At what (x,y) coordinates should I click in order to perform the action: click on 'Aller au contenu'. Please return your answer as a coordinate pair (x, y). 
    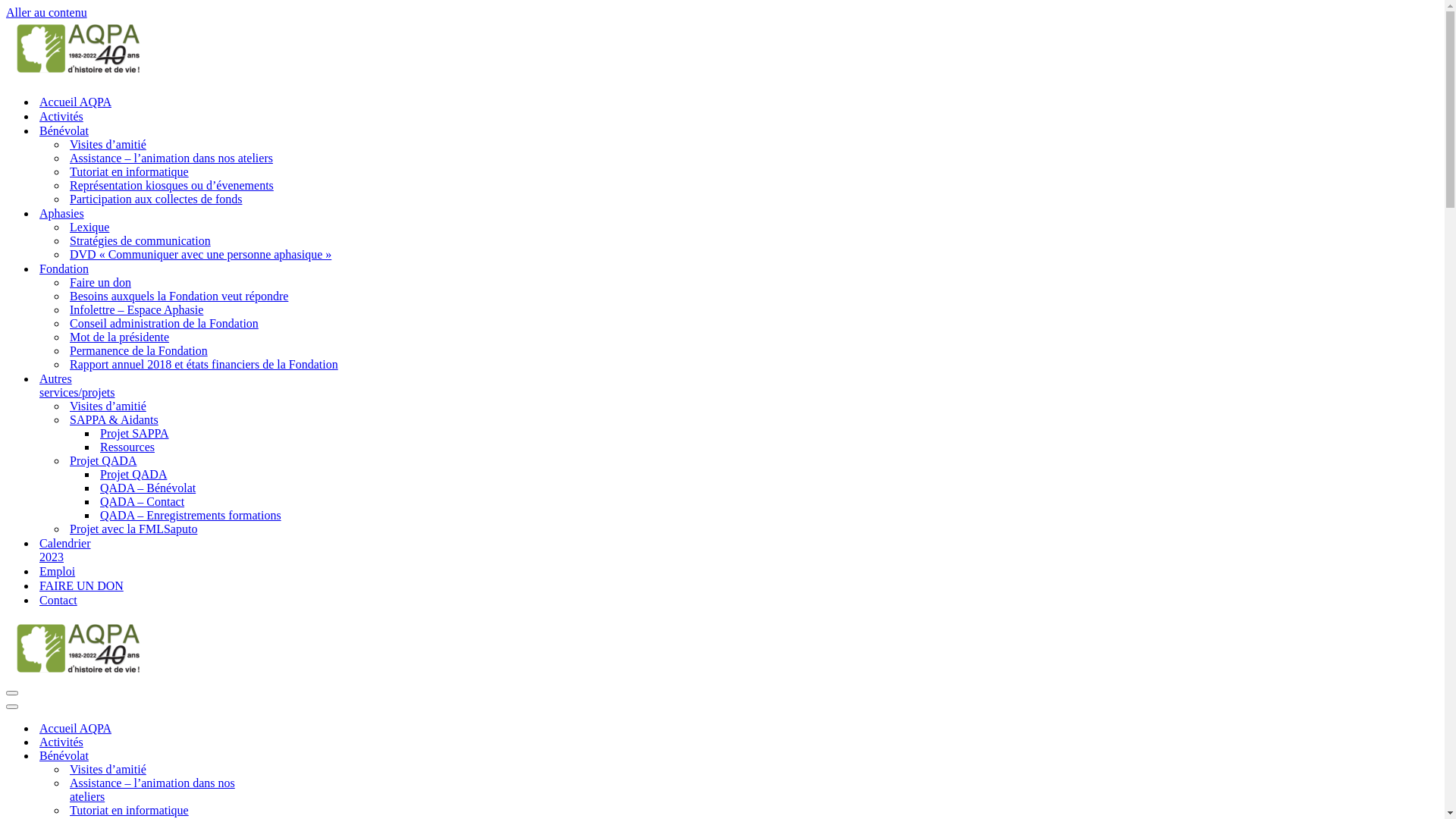
    Looking at the image, I should click on (46, 12).